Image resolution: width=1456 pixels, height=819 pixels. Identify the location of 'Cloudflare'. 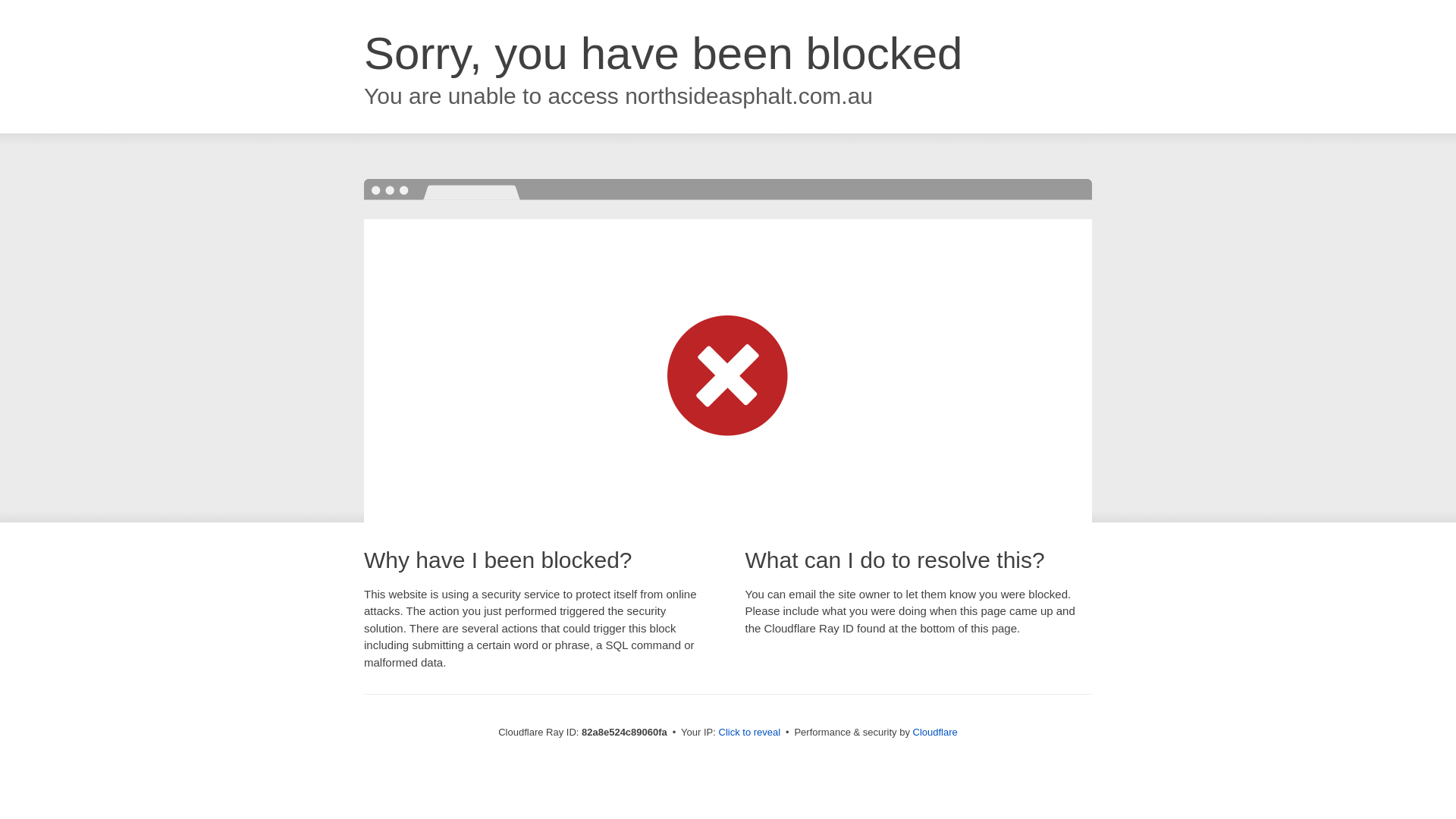
(934, 731).